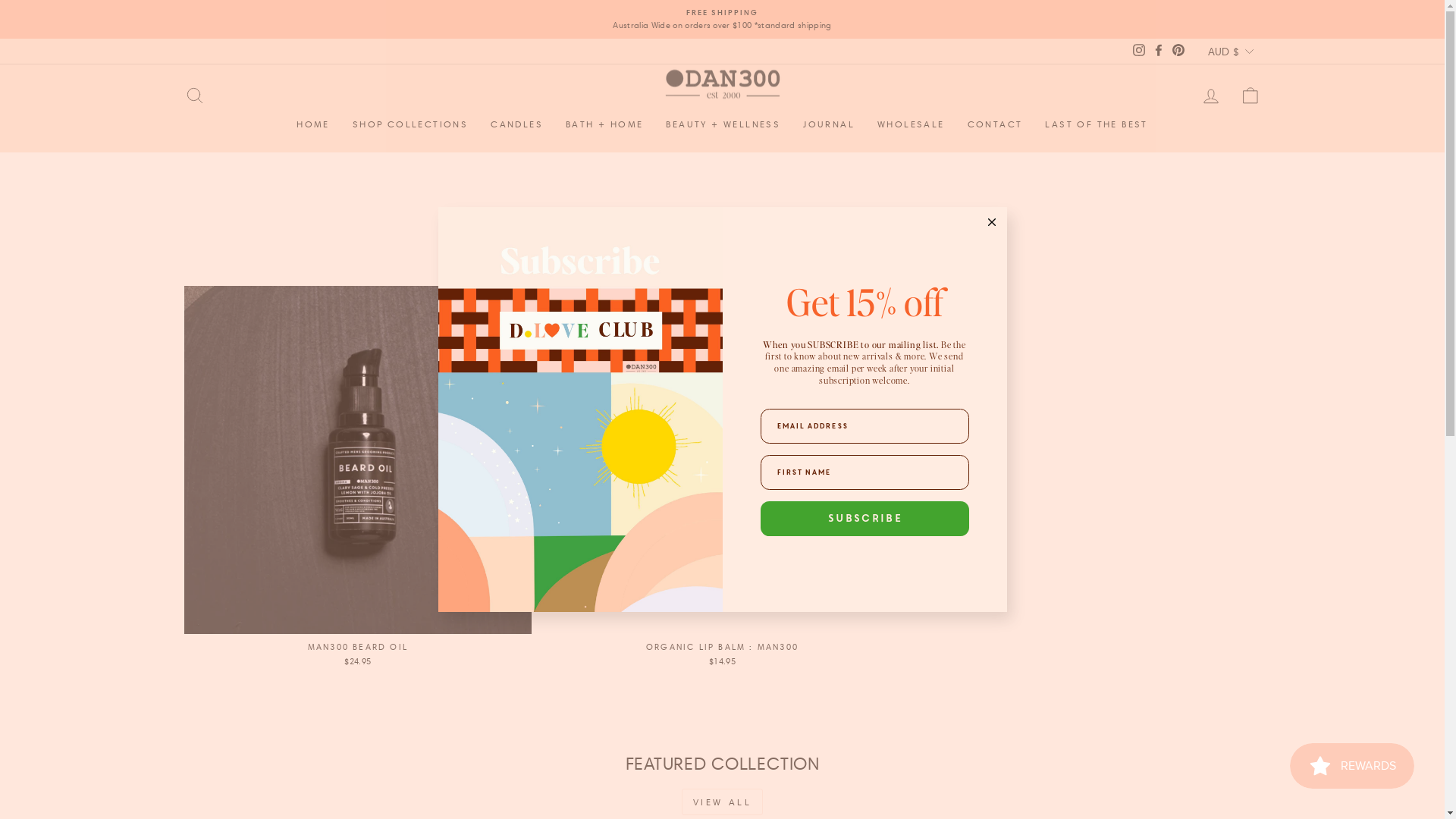 The image size is (1456, 819). What do you see at coordinates (1210, 96) in the screenshot?
I see `'LOG IN'` at bounding box center [1210, 96].